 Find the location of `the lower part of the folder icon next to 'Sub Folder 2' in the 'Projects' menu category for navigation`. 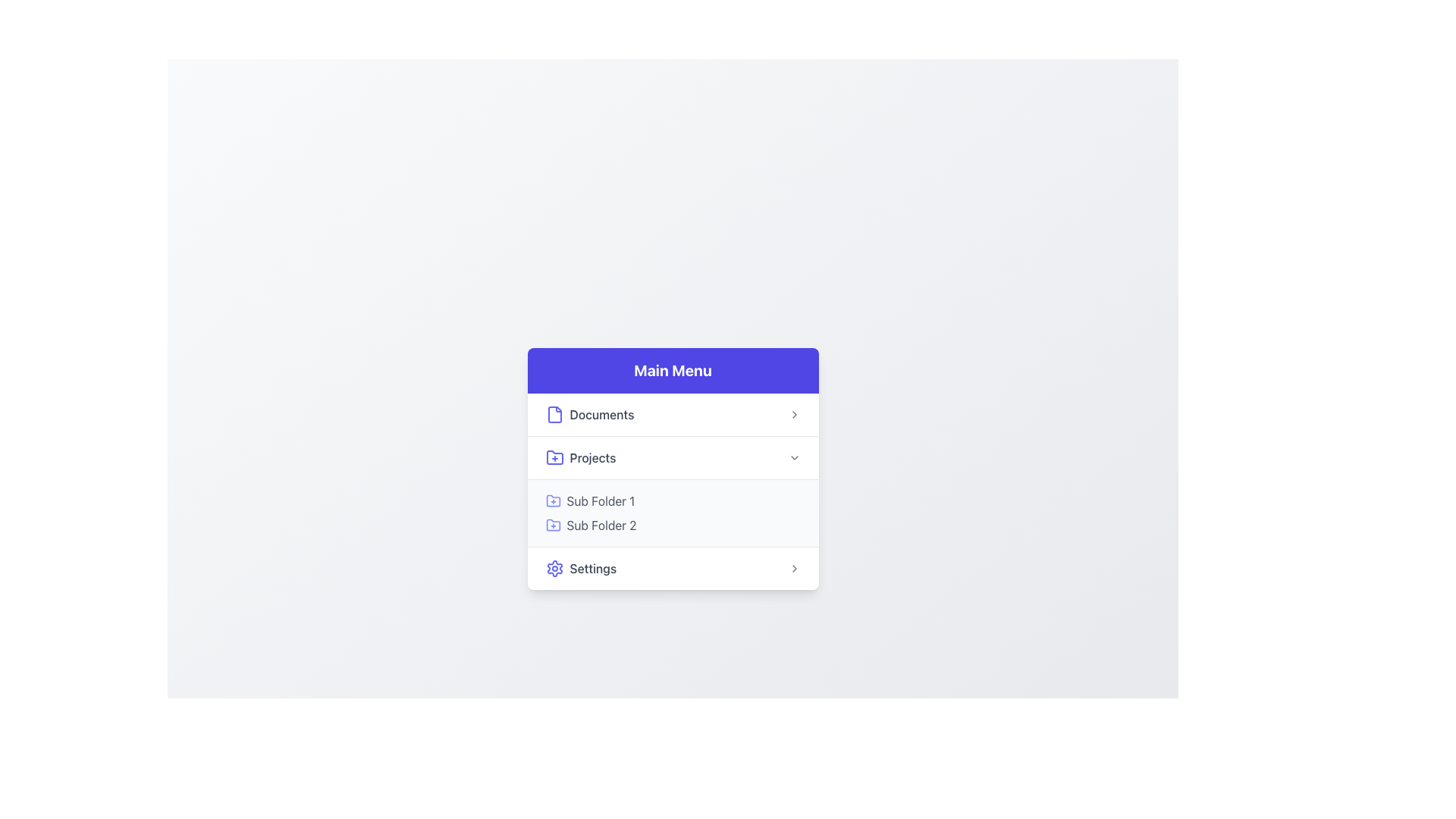

the lower part of the folder icon next to 'Sub Folder 2' in the 'Projects' menu category for navigation is located at coordinates (552, 524).